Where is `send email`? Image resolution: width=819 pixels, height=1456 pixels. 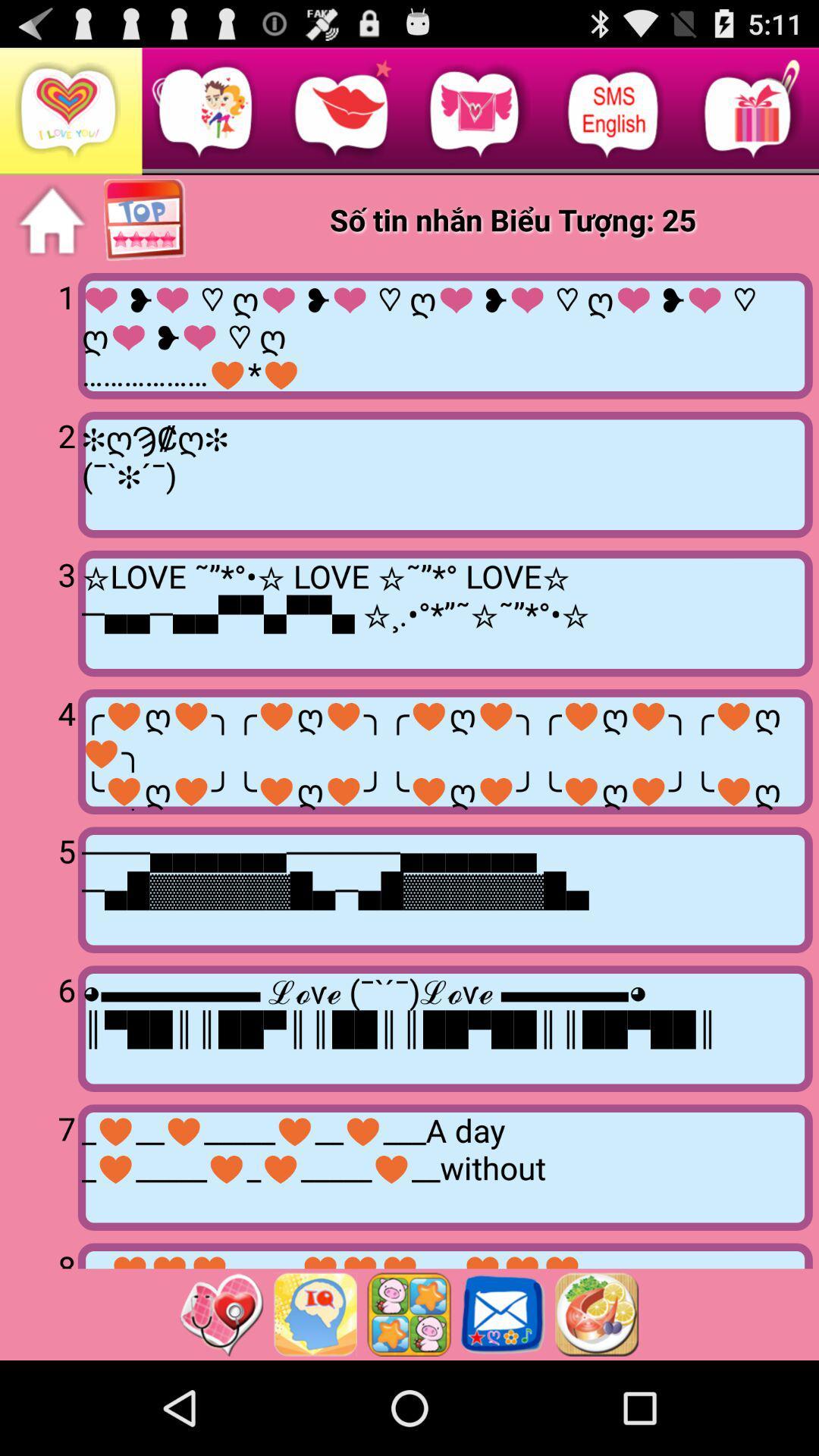
send email is located at coordinates (503, 1313).